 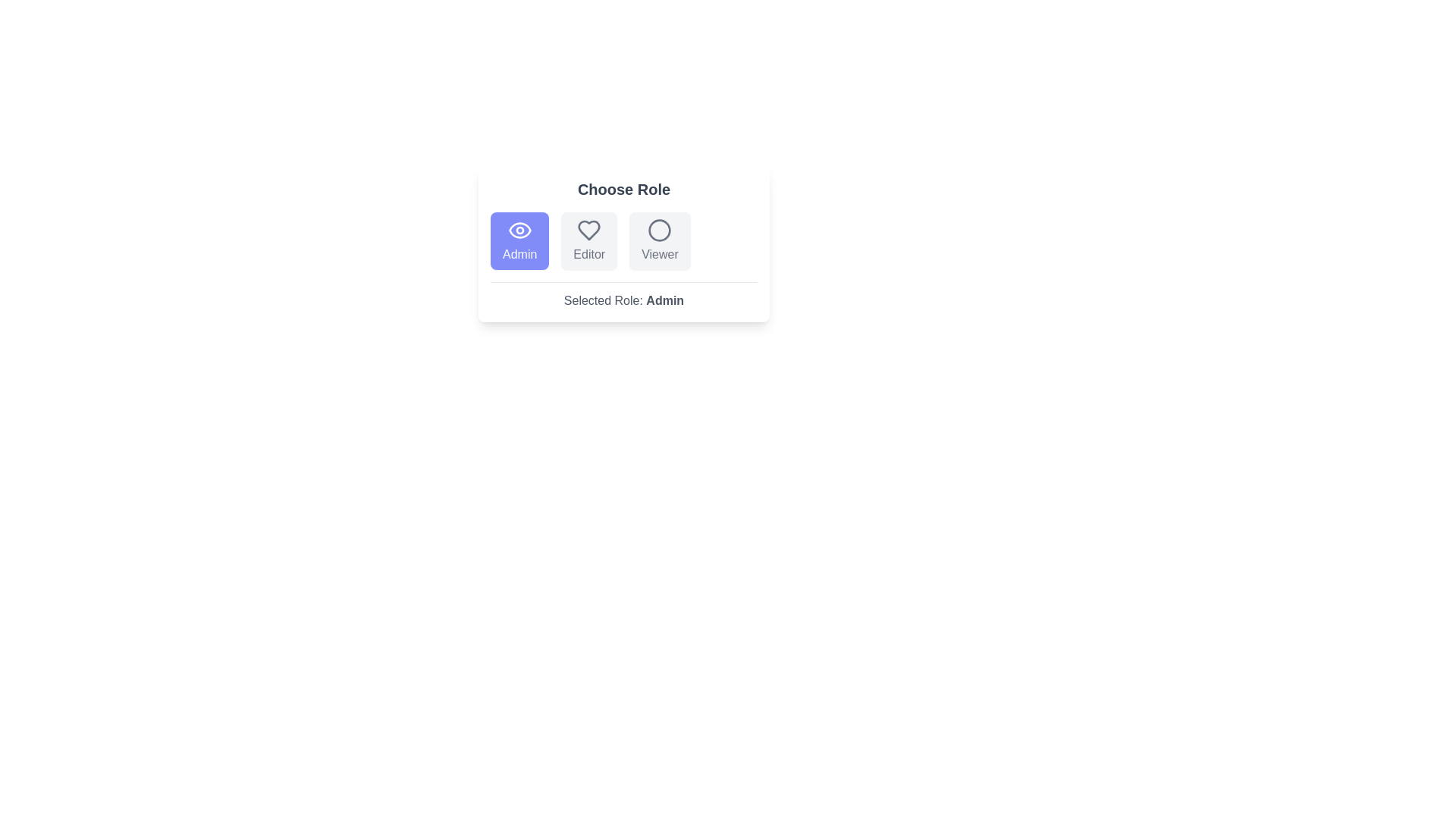 What do you see at coordinates (660, 240) in the screenshot?
I see `keyboard navigation` at bounding box center [660, 240].